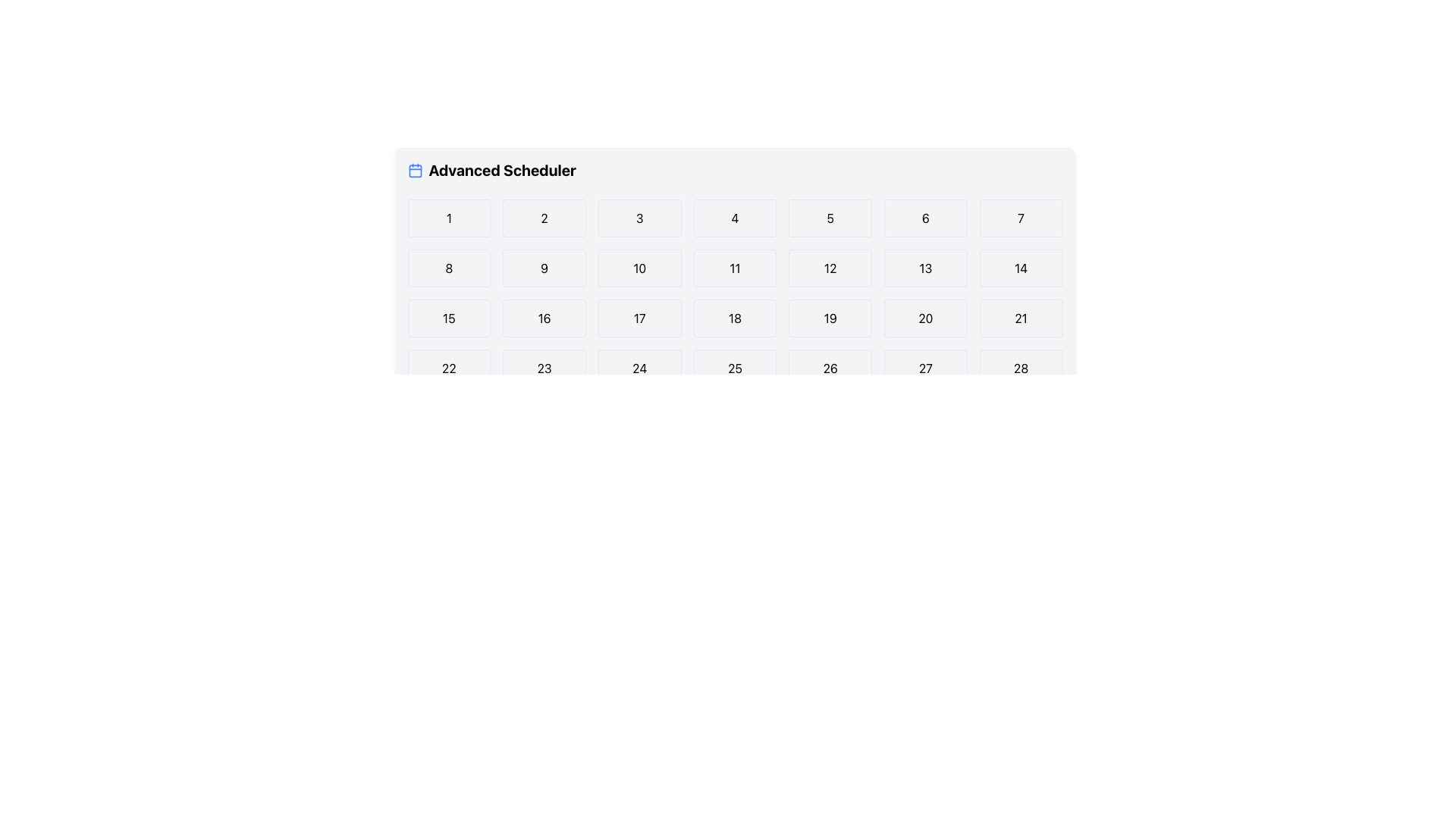 Image resolution: width=1456 pixels, height=819 pixels. I want to click on the interactive calendar day selector labeled '13' located in the second row and sixth column under the 'Advanced Scheduler' header, so click(924, 268).